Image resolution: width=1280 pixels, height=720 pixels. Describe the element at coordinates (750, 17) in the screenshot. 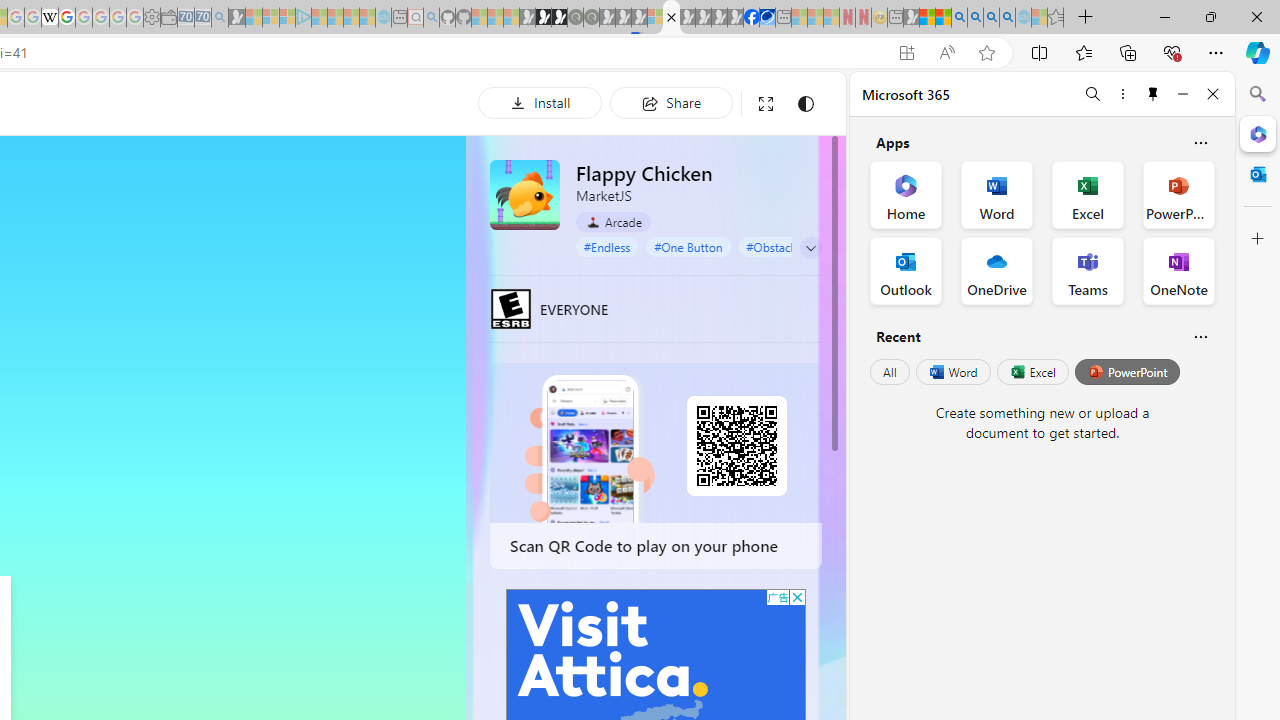

I see `'Nordace | Facebook'` at that location.